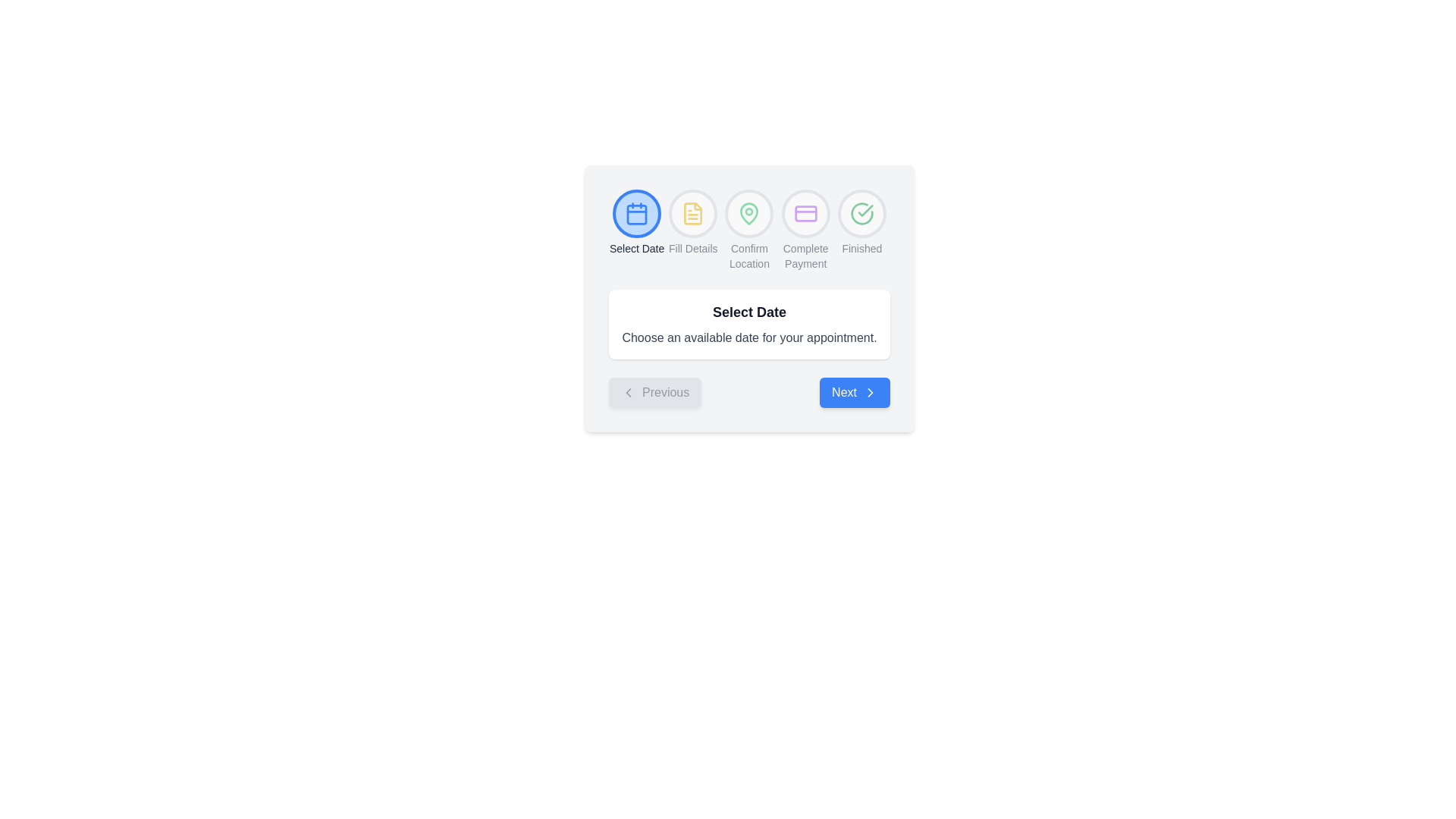 This screenshot has height=819, width=1456. Describe the element at coordinates (749, 231) in the screenshot. I see `the Progress Step Indicator, which features a green map pin icon and a 'Confirm Location' label in gray text, located between 'Fill Details' and 'Complete Payment' steps` at that location.